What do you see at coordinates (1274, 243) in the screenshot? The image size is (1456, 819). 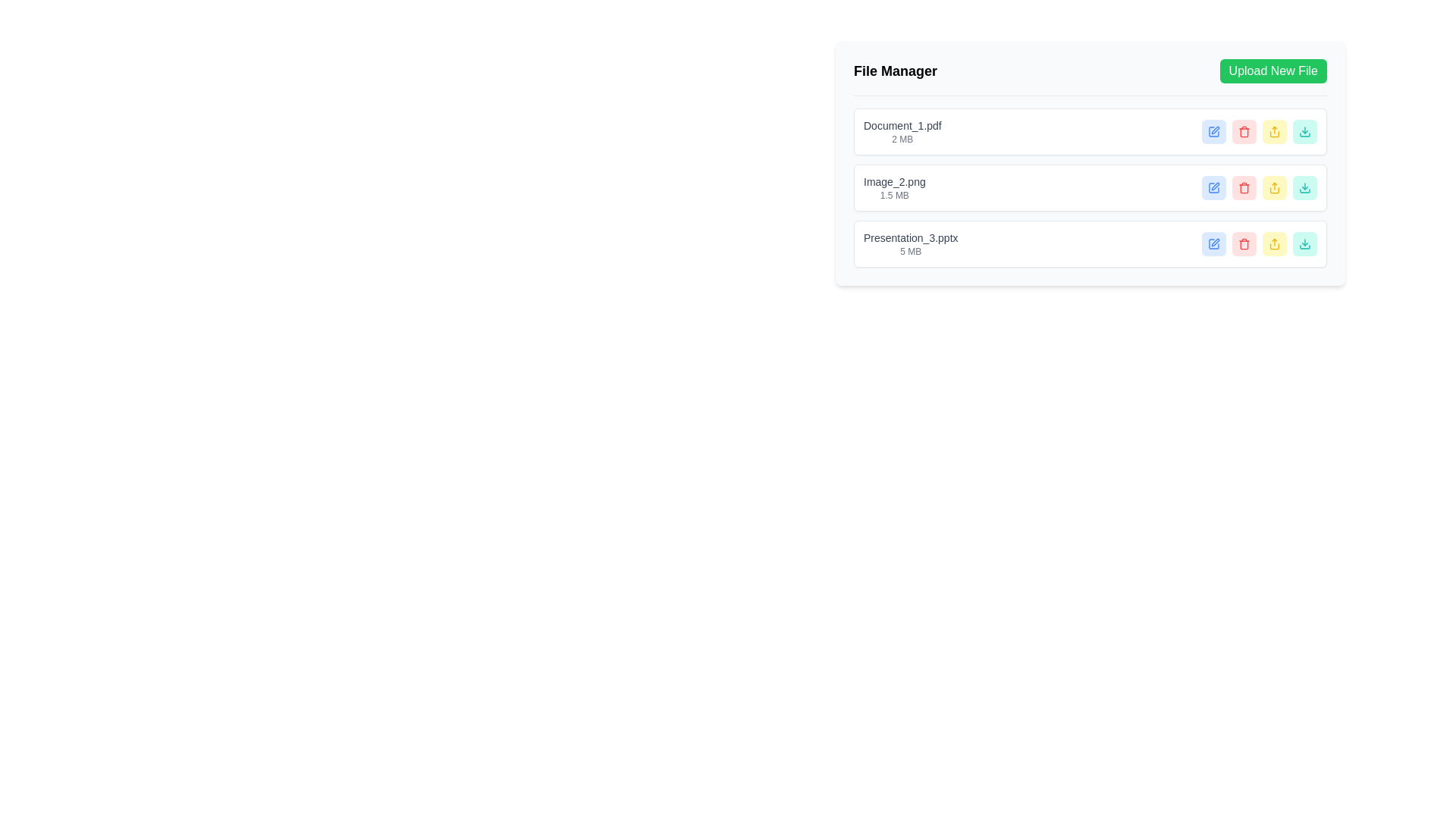 I see `the upload icon associated with 'Presentation_3.pptx' in the file manager interface` at bounding box center [1274, 243].